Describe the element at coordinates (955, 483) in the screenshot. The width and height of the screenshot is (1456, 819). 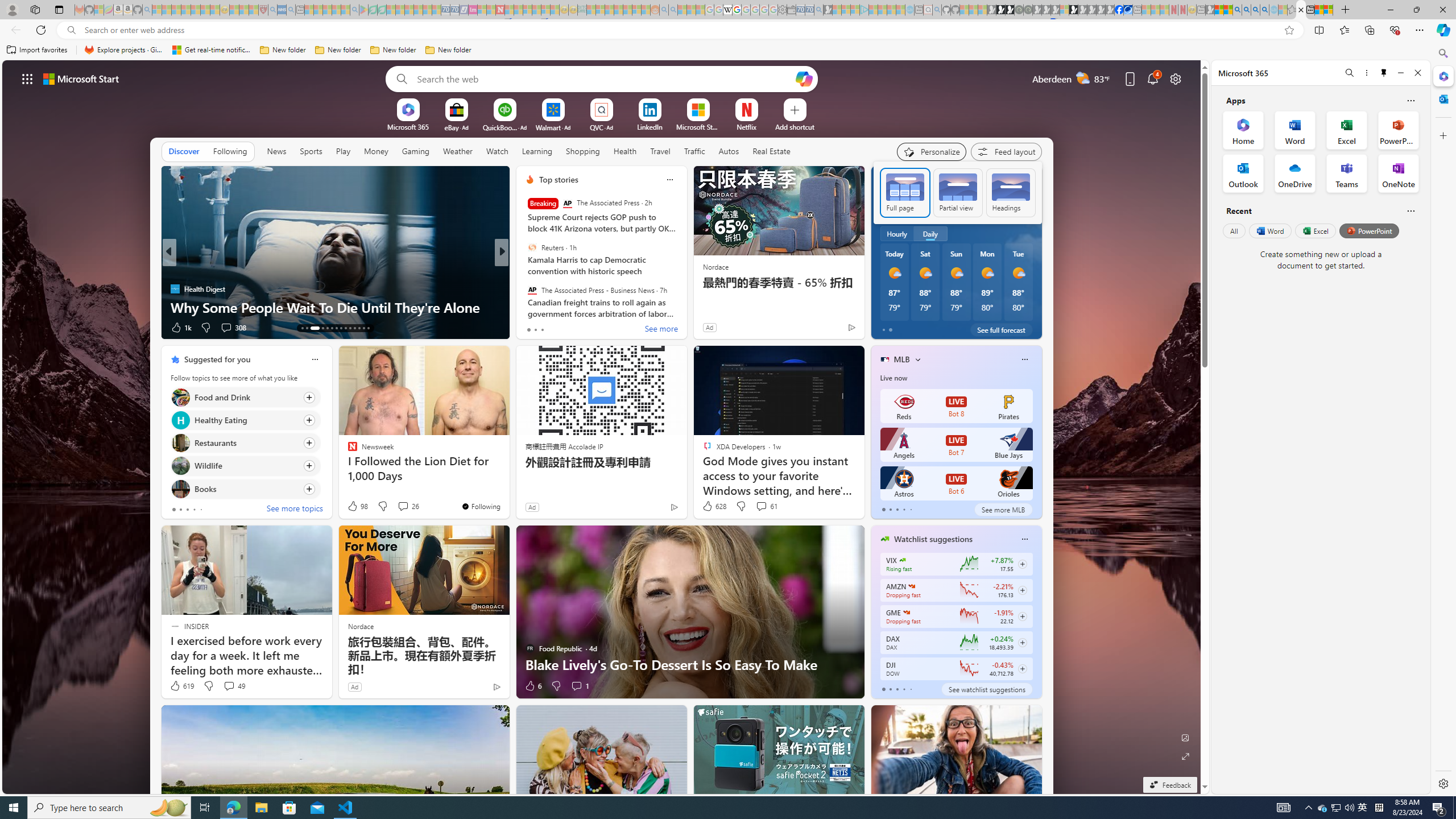
I see `'Astros LIVE Bot 6 Orioles'` at that location.